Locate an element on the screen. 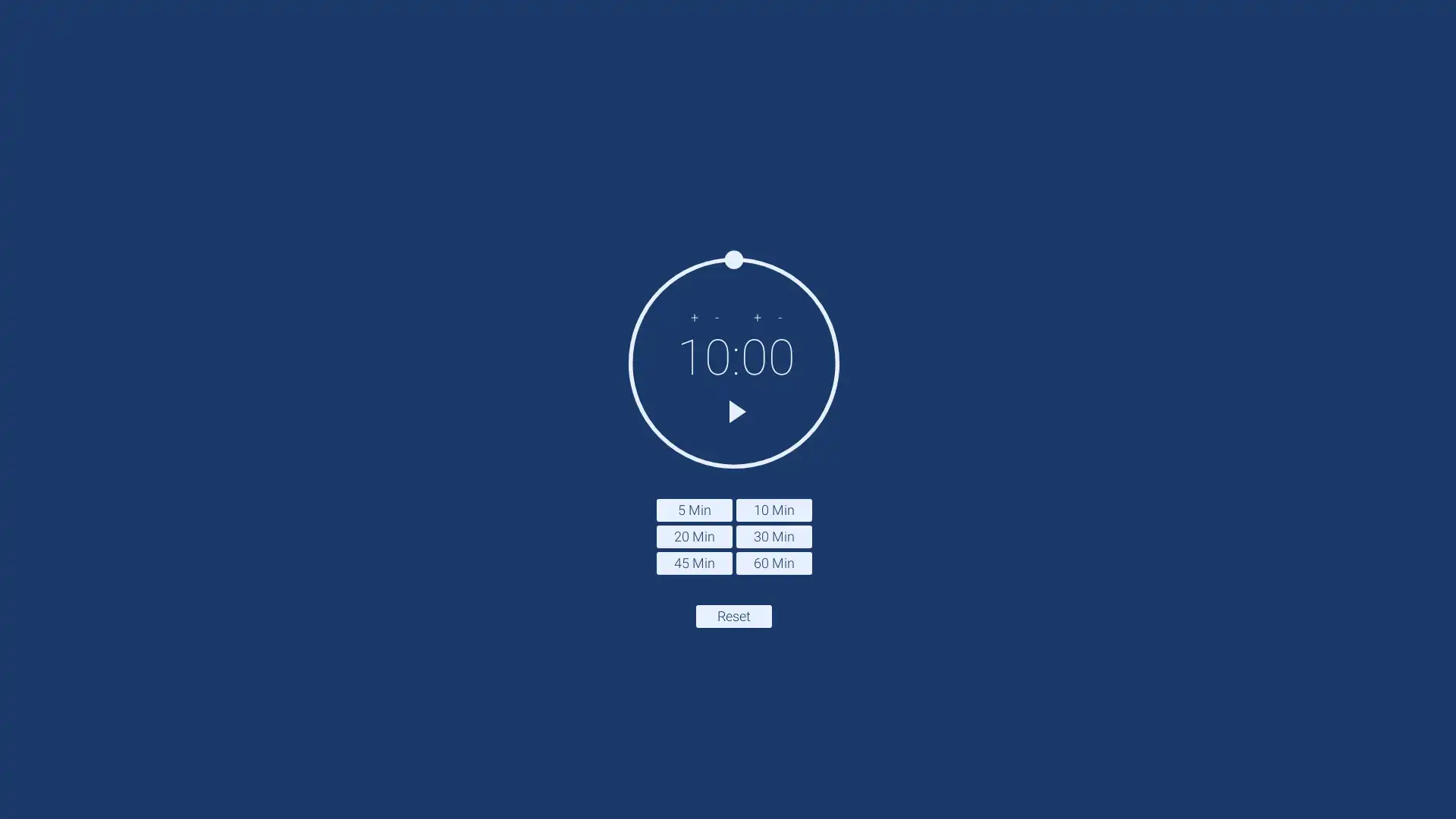  5 Min is located at coordinates (693, 509).